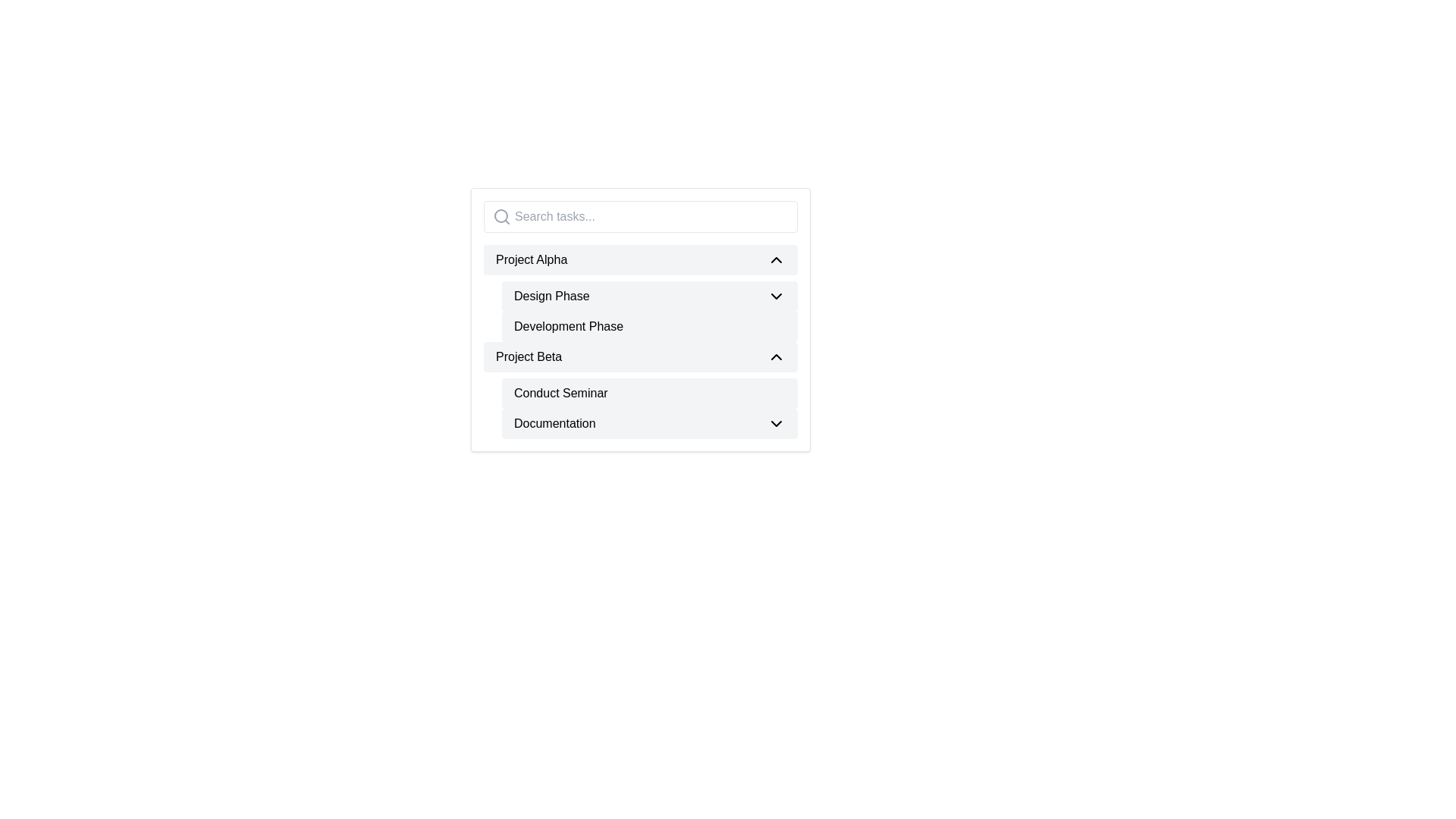 The height and width of the screenshot is (819, 1456). Describe the element at coordinates (529, 356) in the screenshot. I see `the left-aligned text 'Project Beta' within the light gray horizontal bar, which is the third visible item in the dropdown menu` at that location.